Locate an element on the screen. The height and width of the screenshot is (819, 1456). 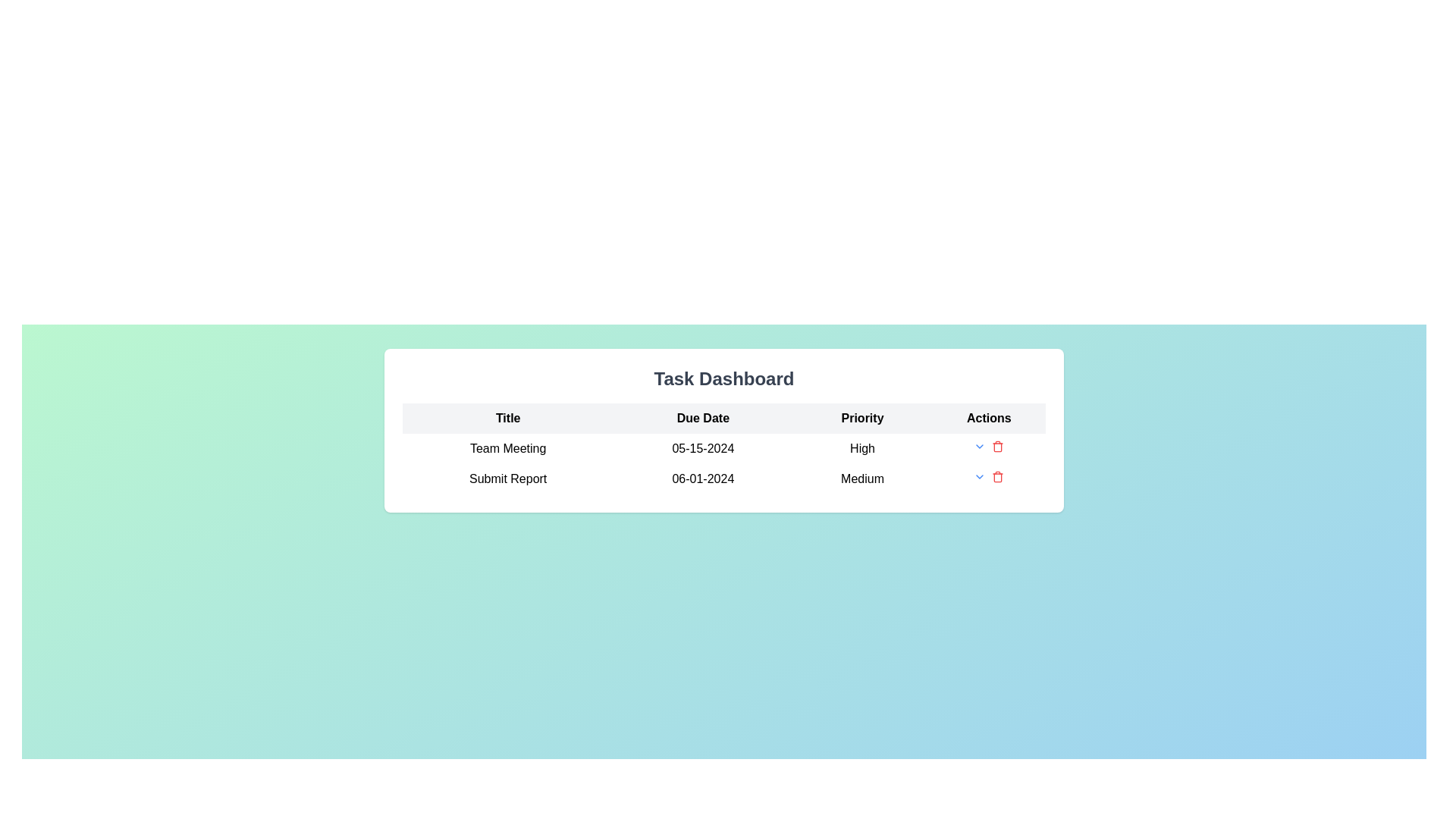
the static text element located in the second row of the table under the 'Title' column, which is the leftmost element in that row is located at coordinates (508, 479).